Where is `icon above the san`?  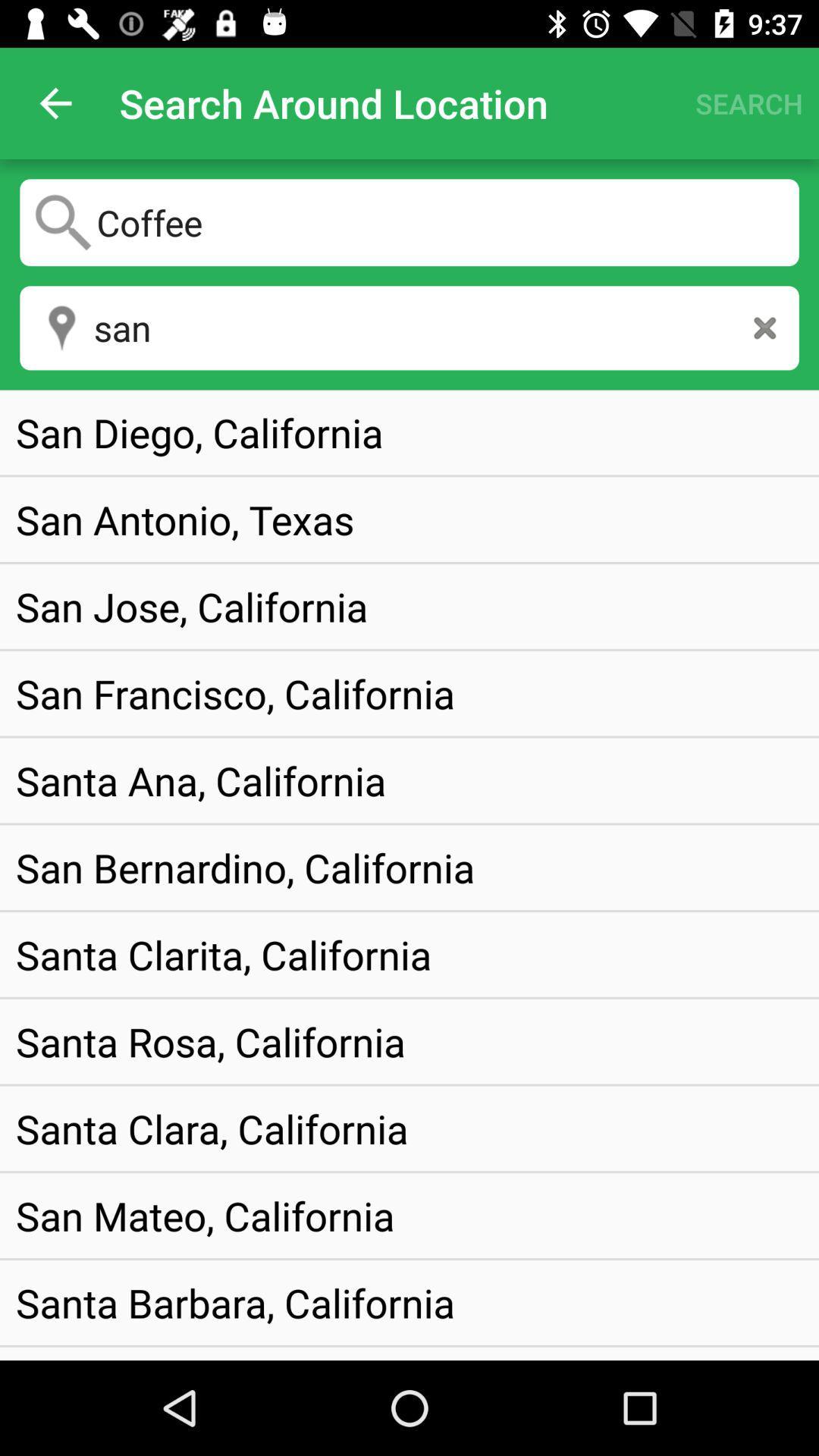 icon above the san is located at coordinates (409, 221).